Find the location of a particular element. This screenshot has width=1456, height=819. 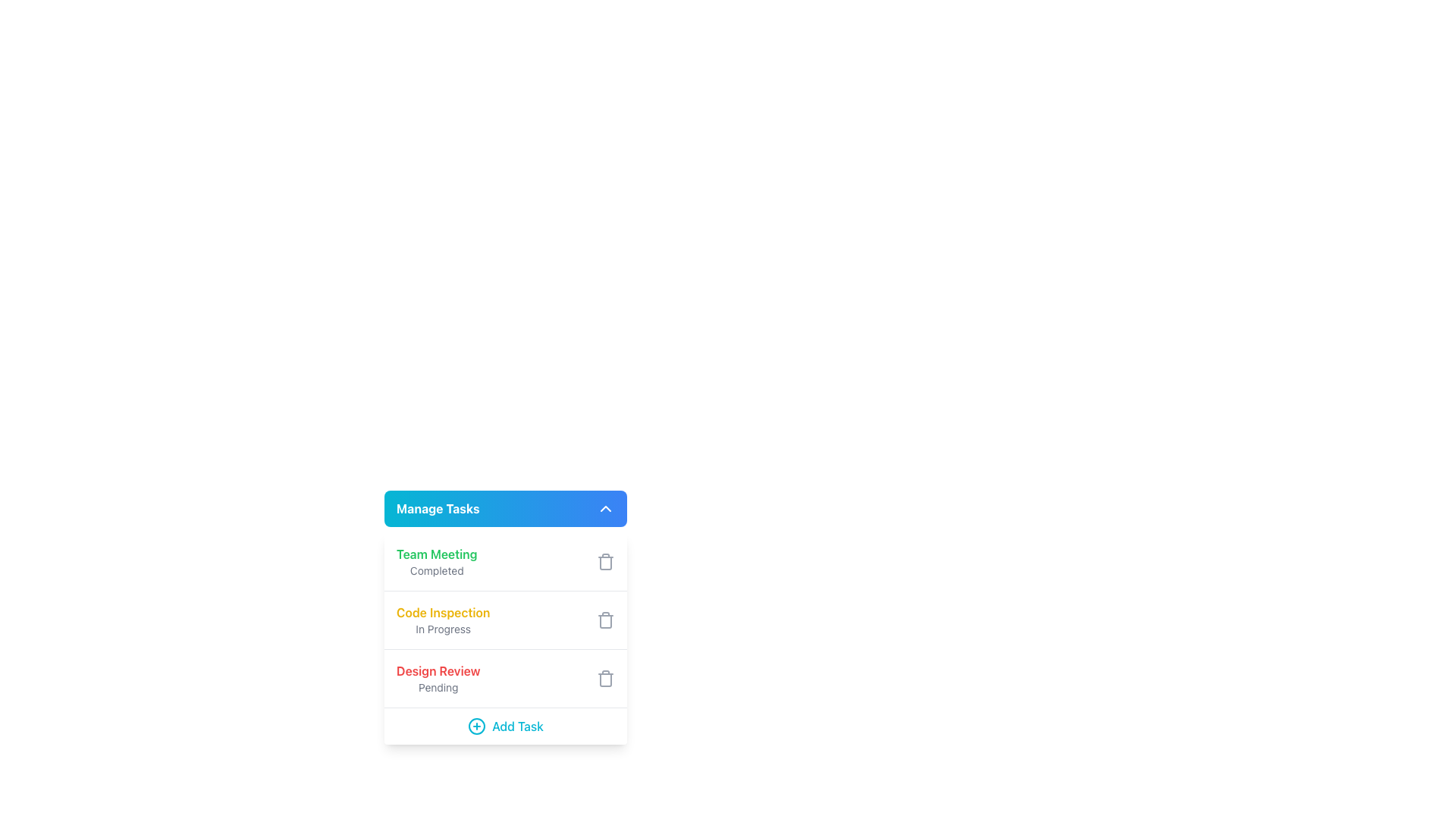

task name and status for the task entry labeled 'Team Meeting' with a status of 'Completed', located in the vertical task list under 'Manage Tasks' is located at coordinates (506, 561).